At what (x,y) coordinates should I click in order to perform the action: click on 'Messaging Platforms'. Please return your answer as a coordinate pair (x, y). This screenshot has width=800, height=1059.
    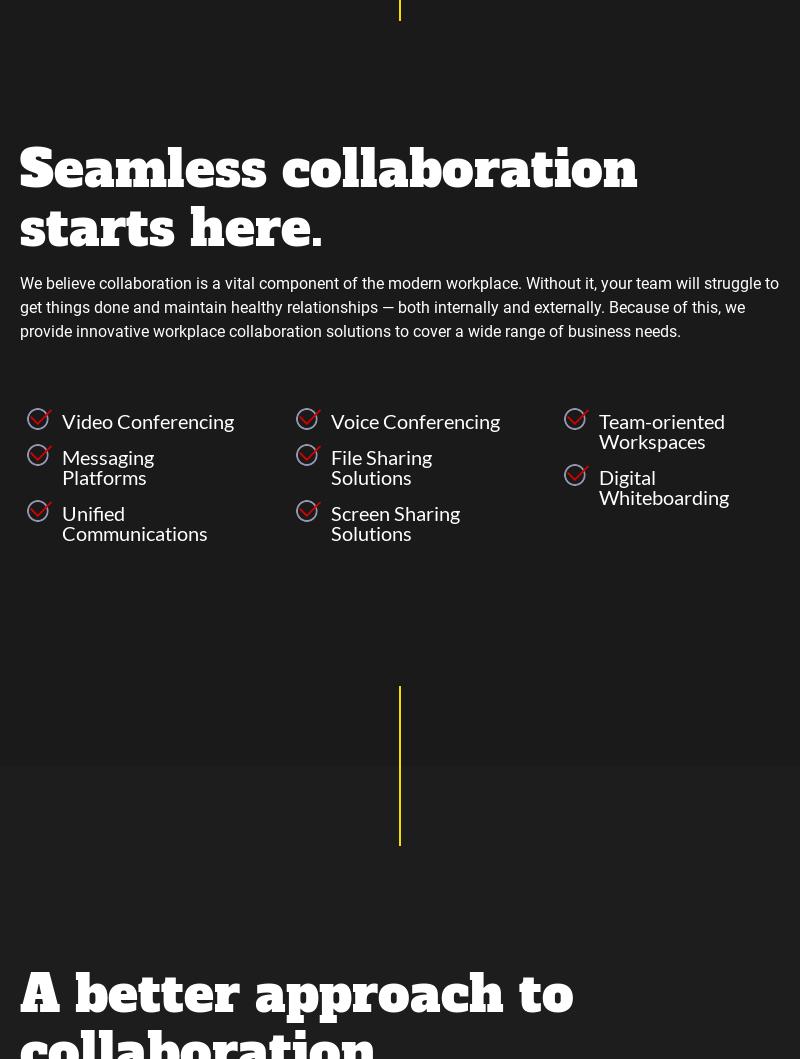
    Looking at the image, I should click on (107, 465).